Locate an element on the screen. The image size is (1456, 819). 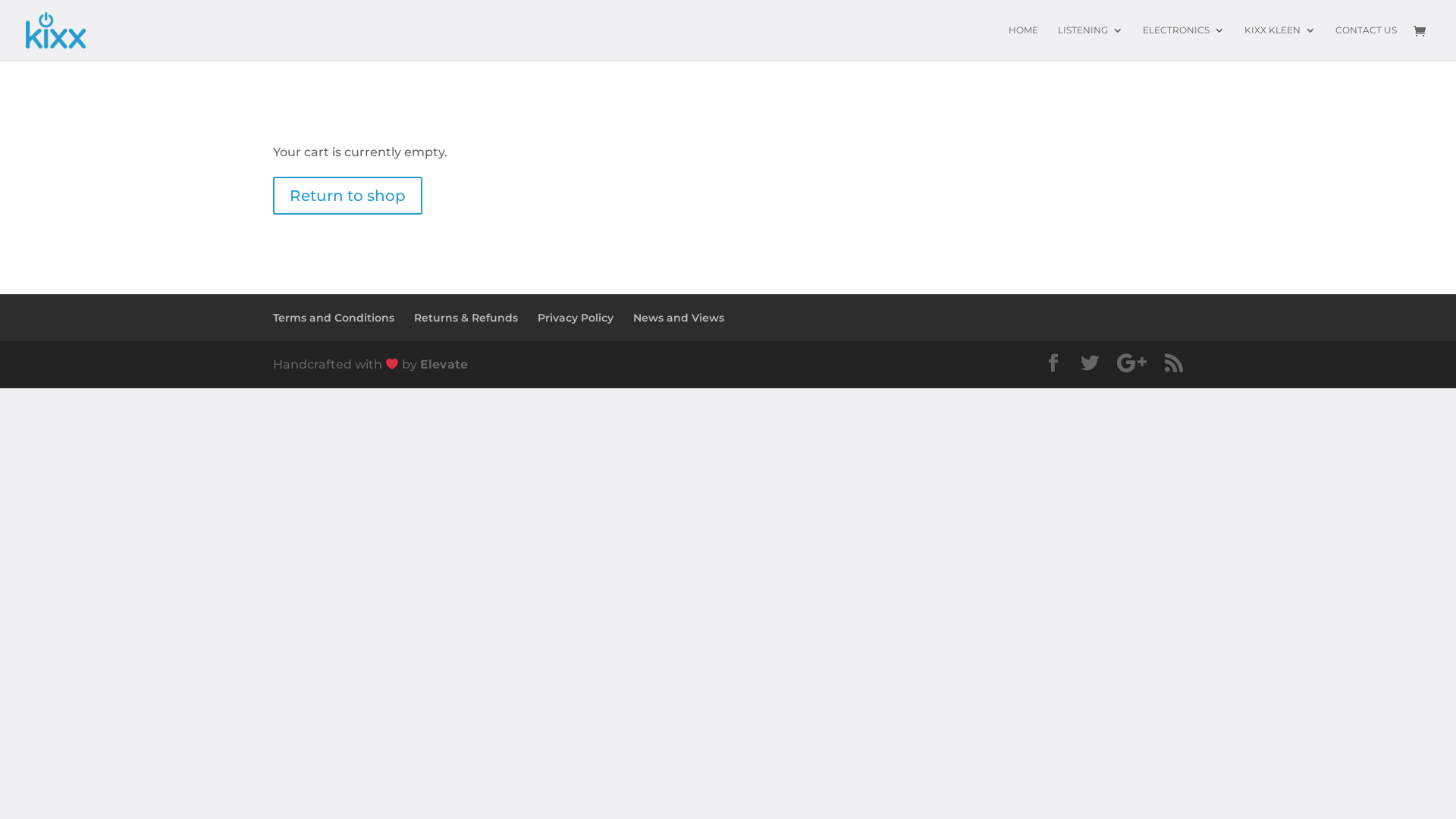
'Return to shop' is located at coordinates (347, 195).